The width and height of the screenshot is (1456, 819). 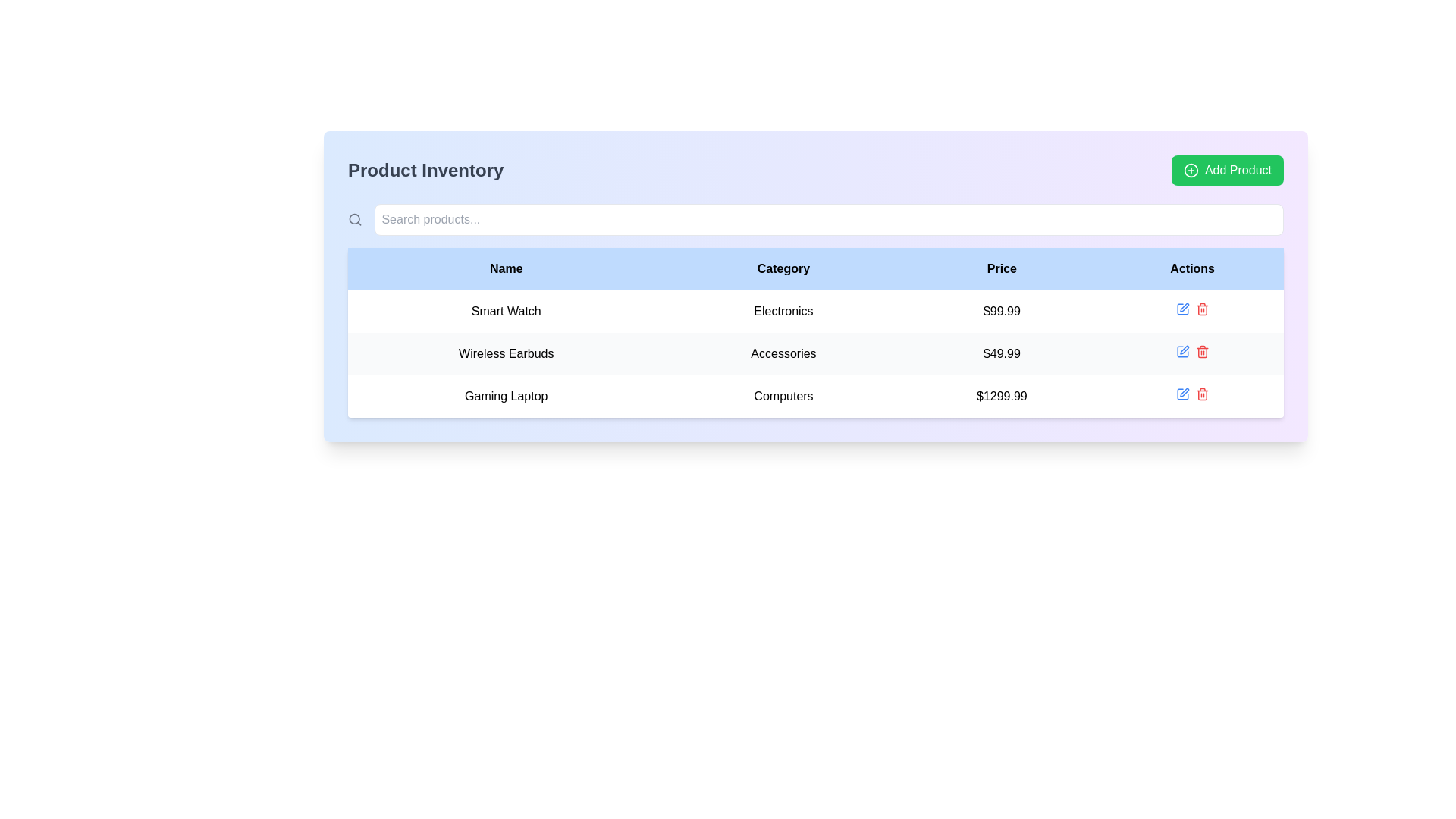 I want to click on the circular part of the SVG graphic representing the search icon, located near the left boundary of the search bar in the header section, so click(x=353, y=219).